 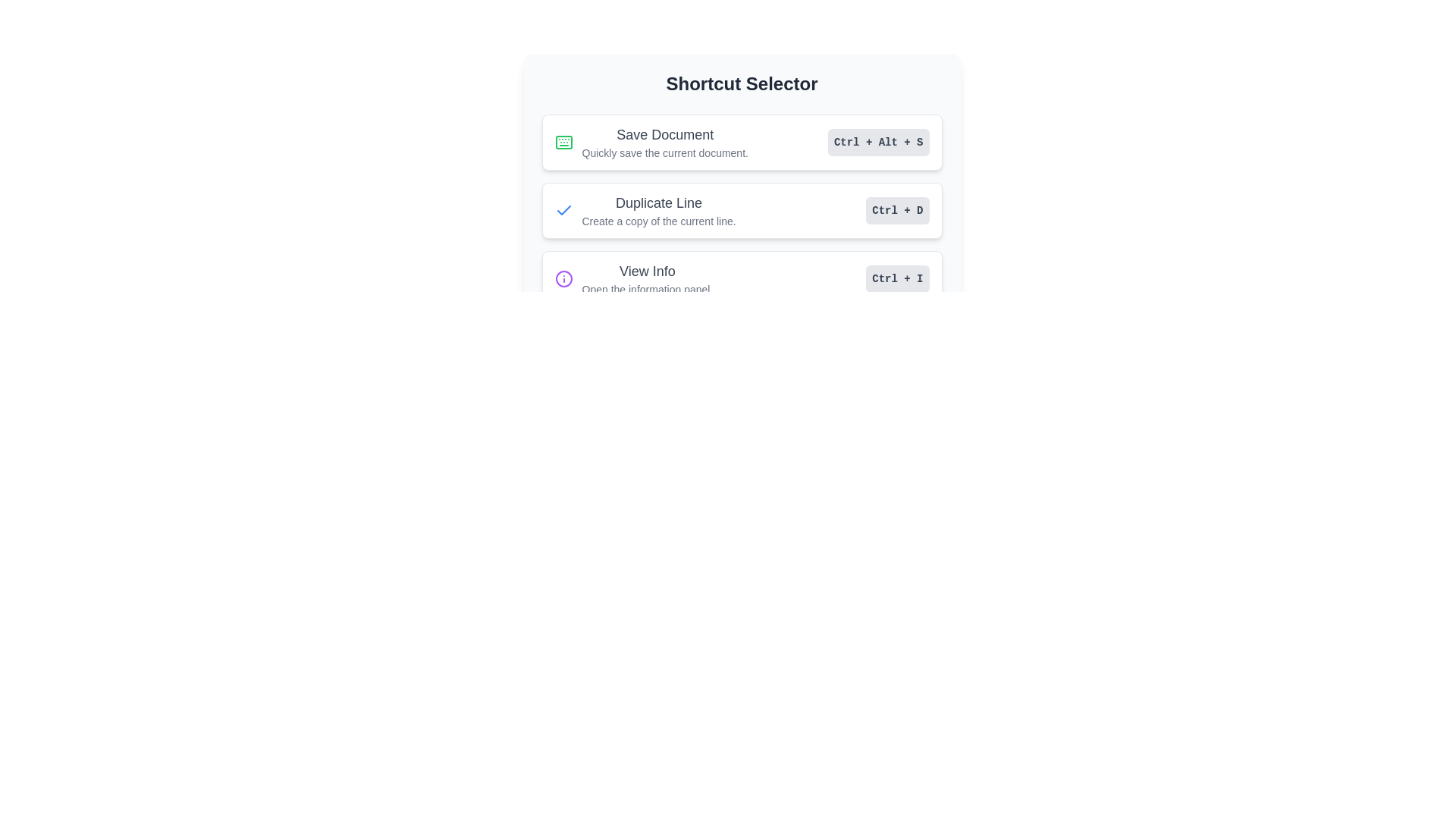 I want to click on the 'View Info' text label, which is the third option in a vertical list of selectable options, displayed in a medium-sized, bold gray font, located below the 'Duplicate Line' option, so click(x=647, y=271).